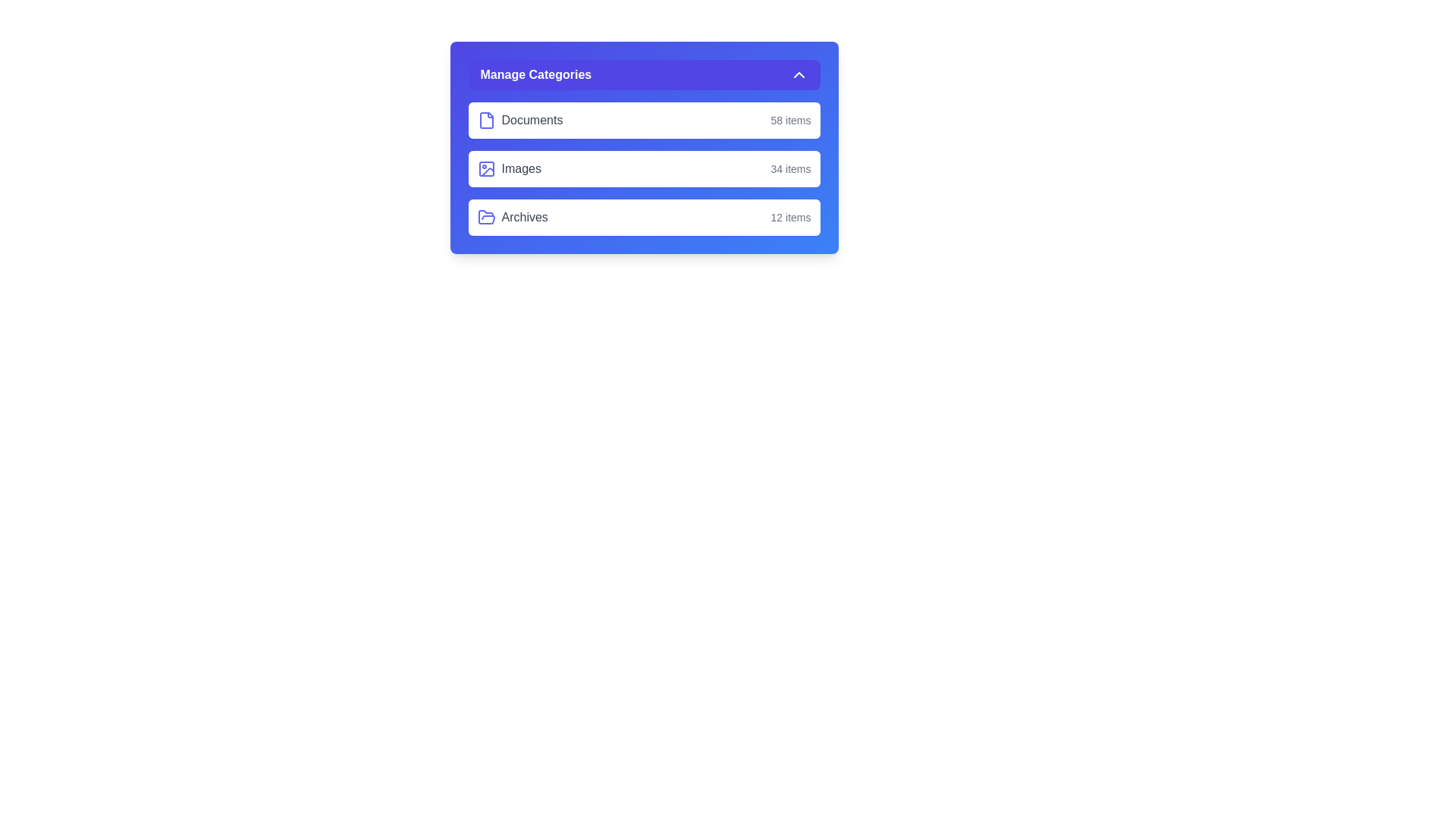  I want to click on the icon for the Images category, so click(486, 169).